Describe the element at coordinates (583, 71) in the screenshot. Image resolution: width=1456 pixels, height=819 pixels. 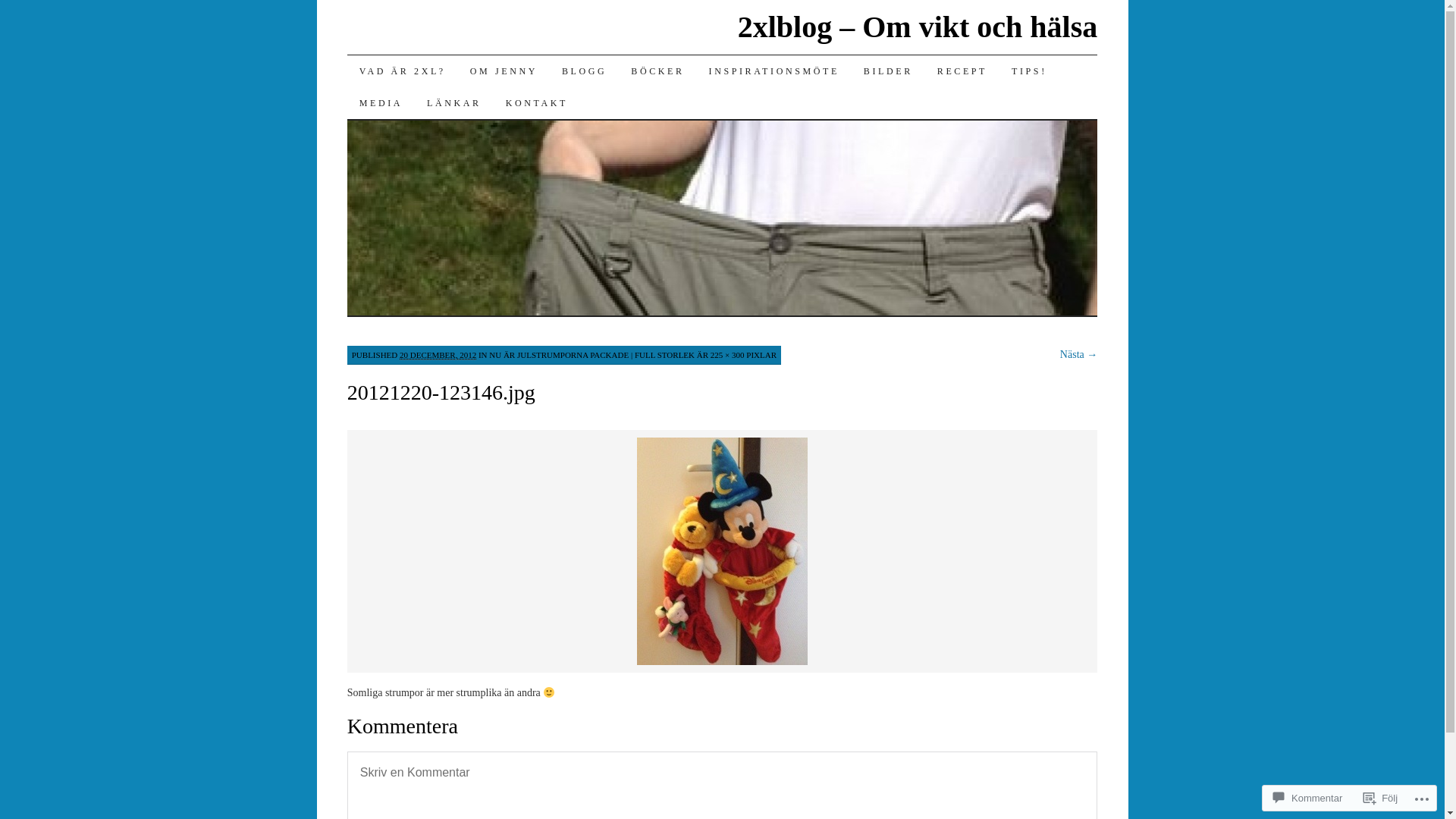
I see `'BLOGG'` at that location.